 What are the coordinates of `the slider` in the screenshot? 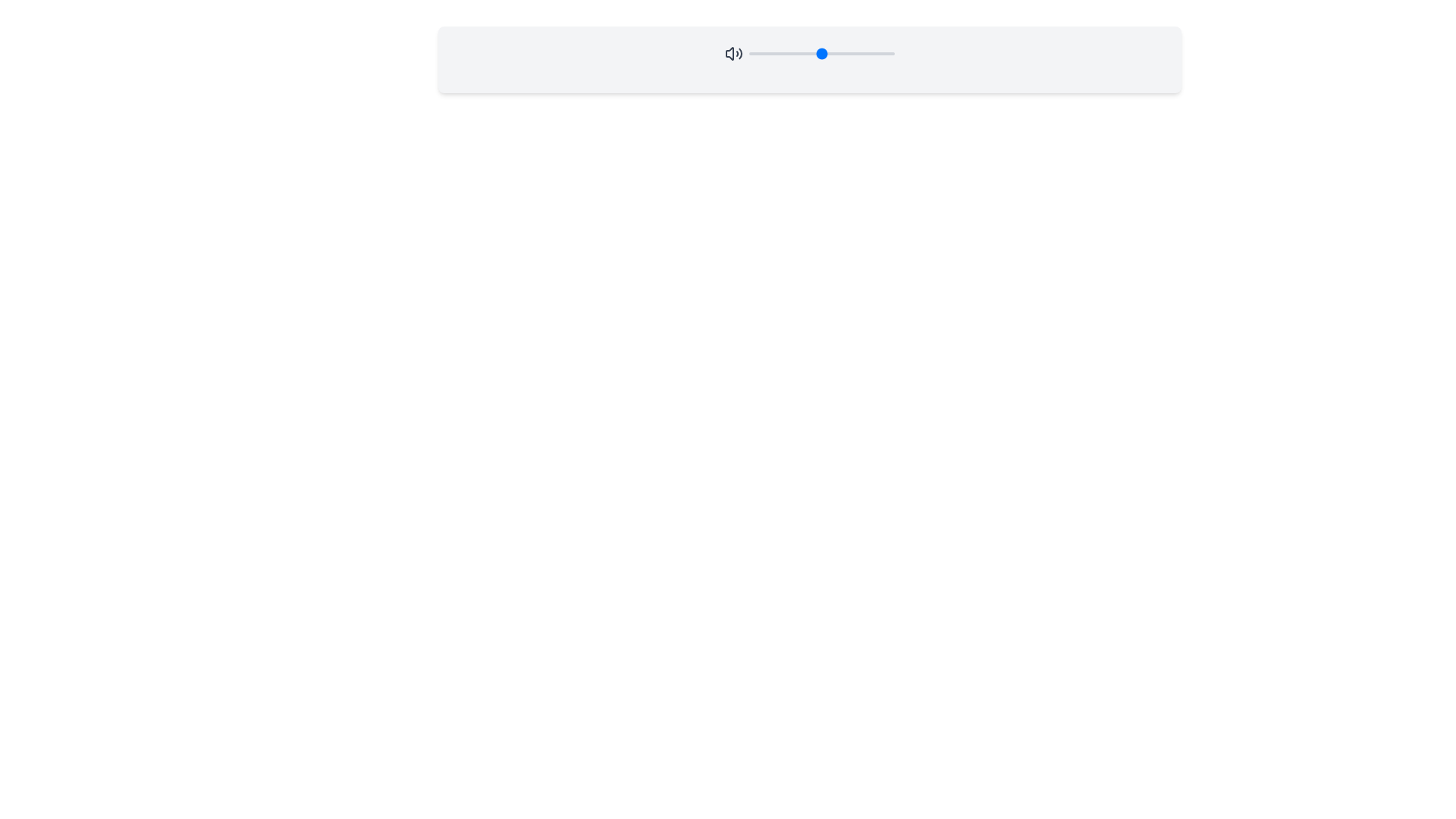 It's located at (770, 52).